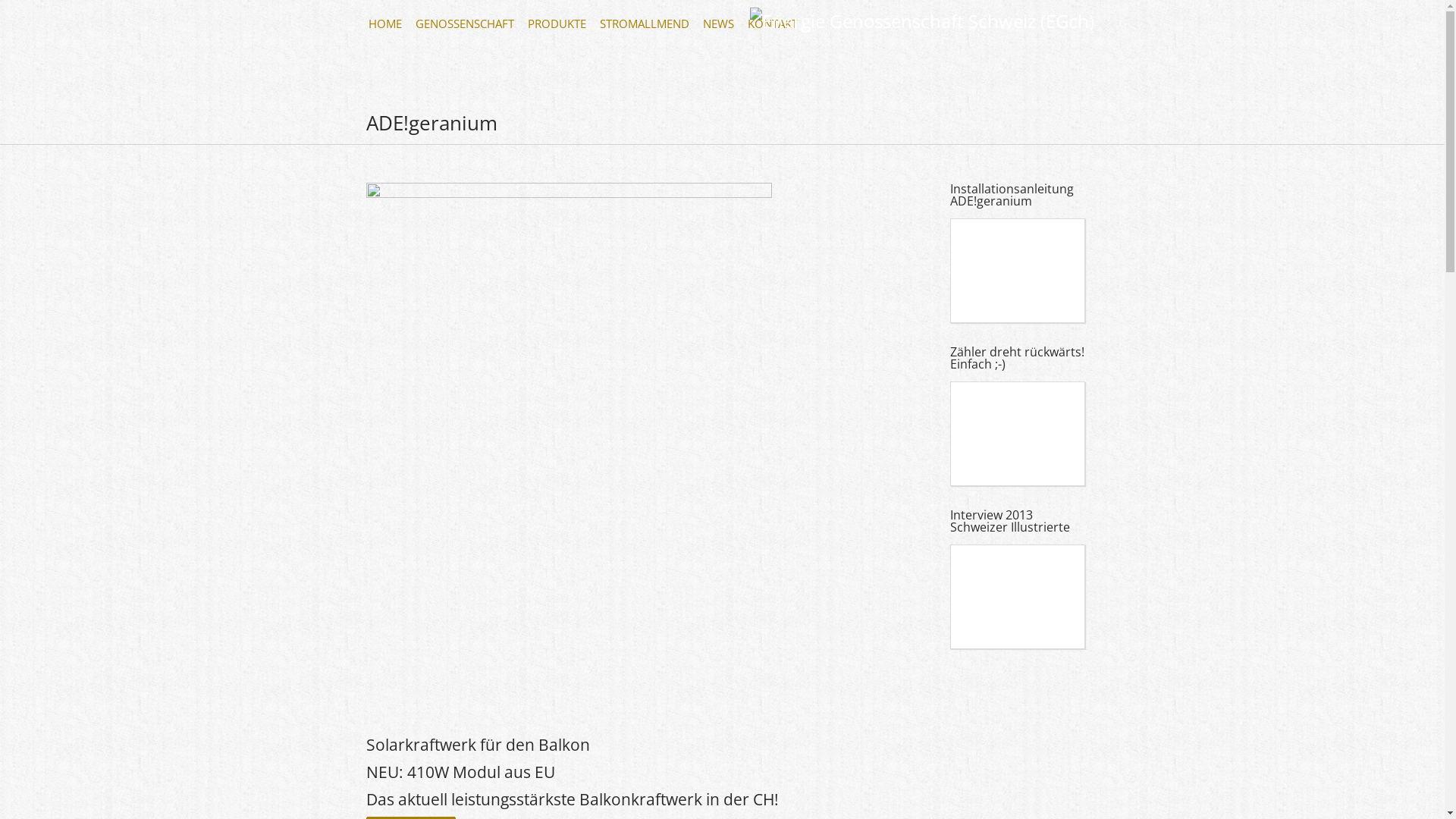  Describe the element at coordinates (1068, 605) in the screenshot. I see `'YouTube video player'` at that location.